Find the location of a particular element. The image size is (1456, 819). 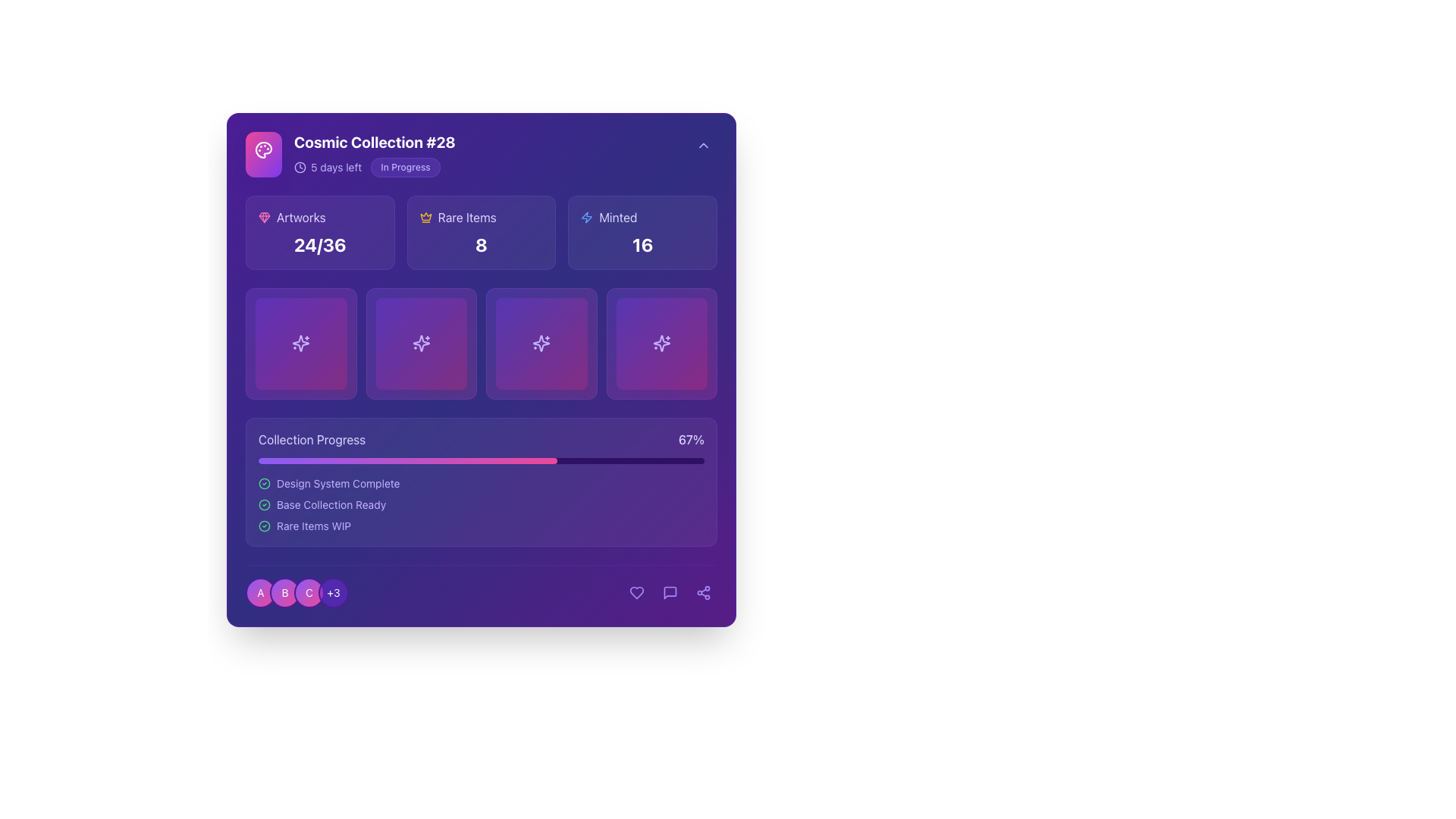

the decorative star-shaped icon with a violet gradient located in the center of the purple card section in the interface is located at coordinates (301, 344).